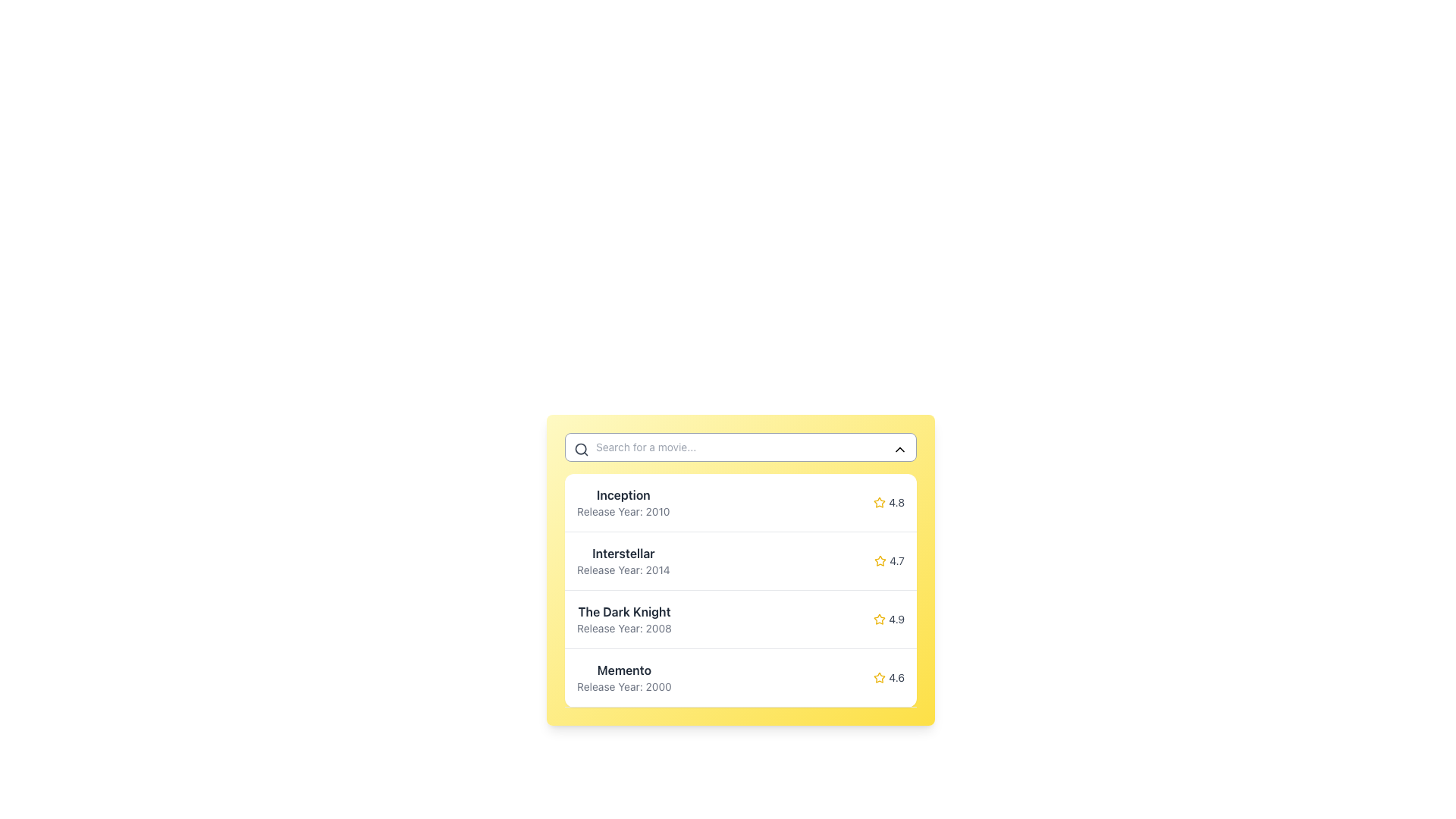 This screenshot has height=819, width=1456. I want to click on the yellow star icon representing a rating, which is positioned next to the number 4.9 in the user interface for the movie 'The Dark Knight', so click(880, 620).